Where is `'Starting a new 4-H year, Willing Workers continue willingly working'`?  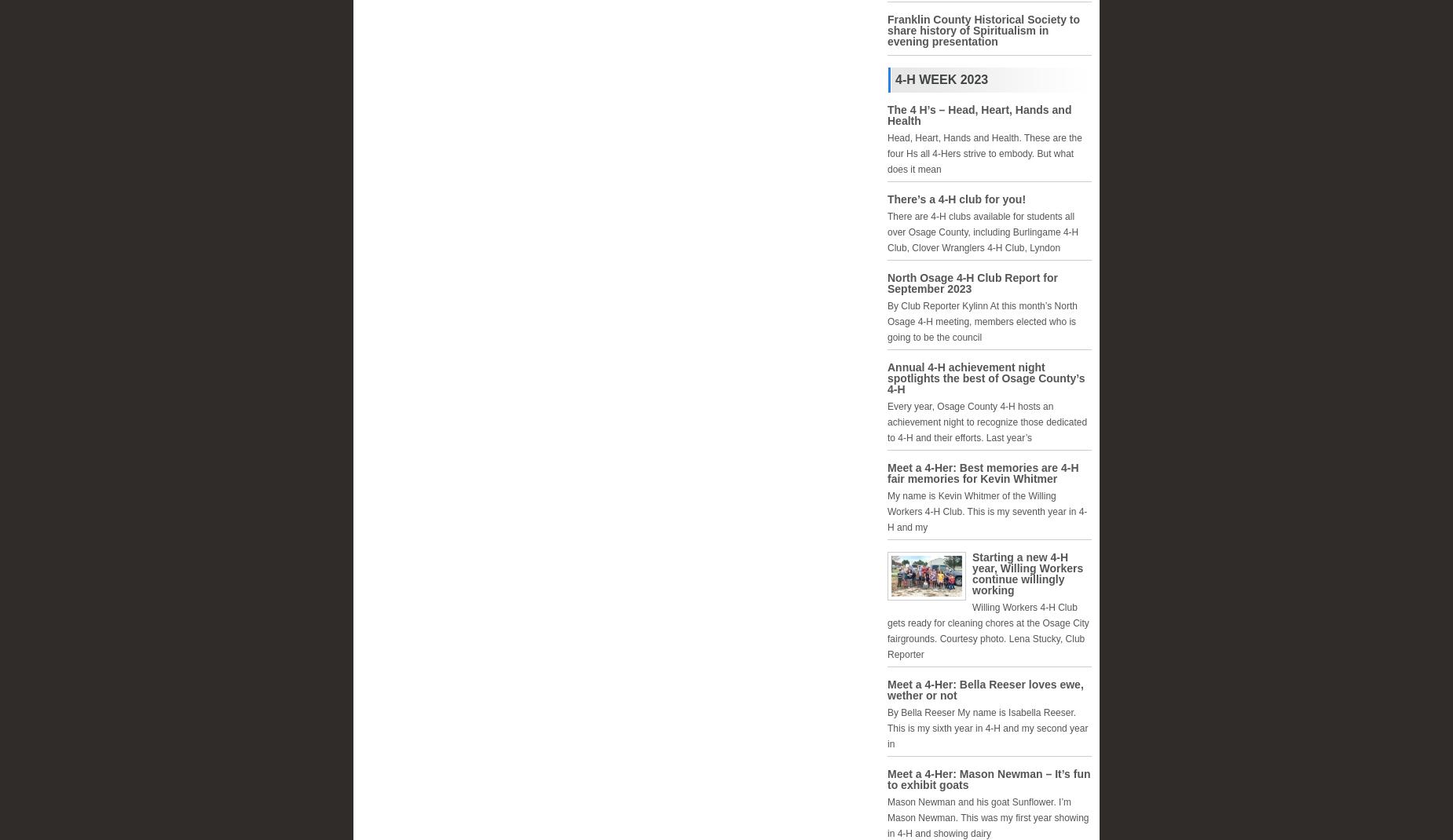 'Starting a new 4-H year, Willing Workers continue willingly working' is located at coordinates (972, 573).